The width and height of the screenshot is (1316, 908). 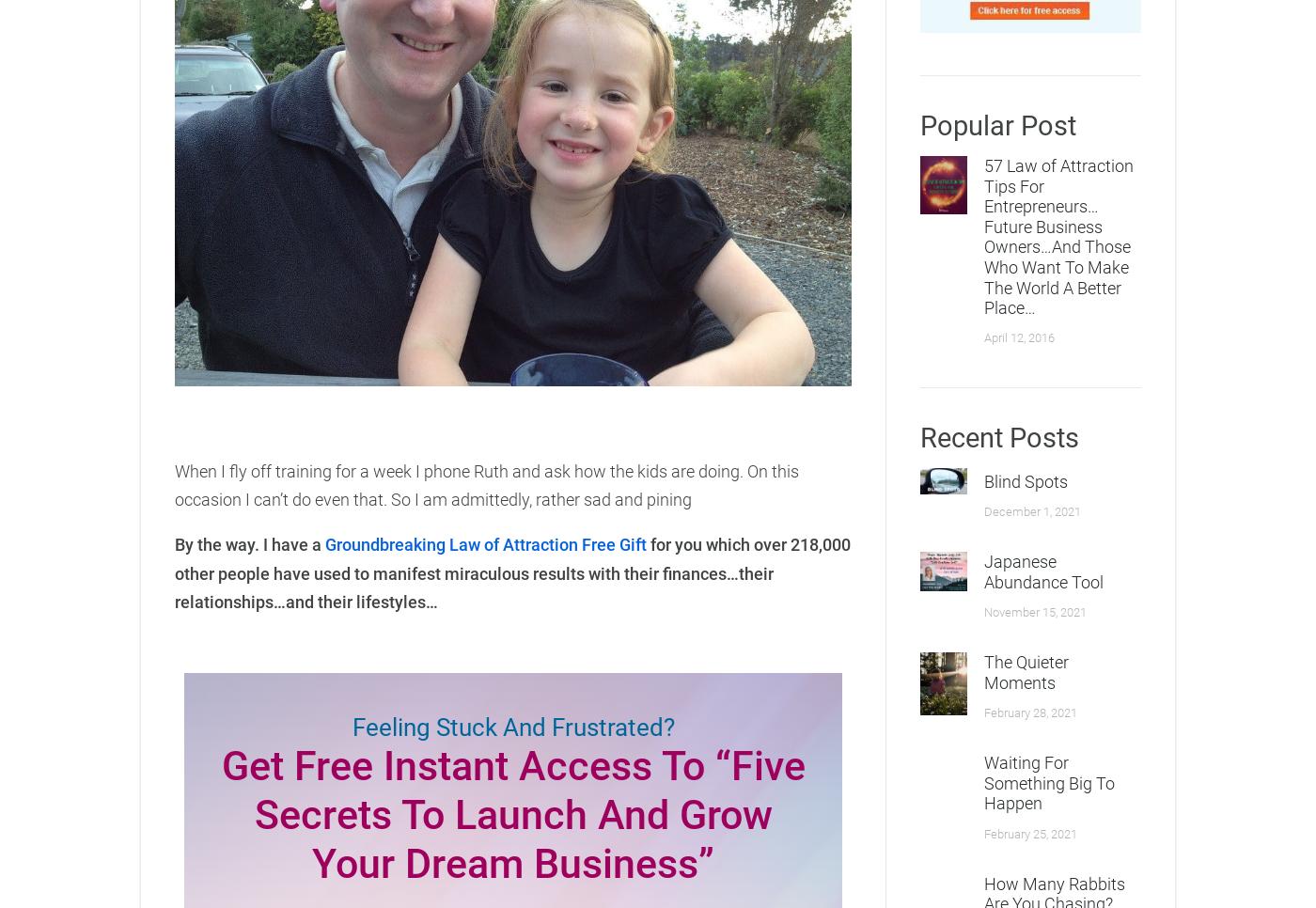 What do you see at coordinates (984, 479) in the screenshot?
I see `'Blind Spots'` at bounding box center [984, 479].